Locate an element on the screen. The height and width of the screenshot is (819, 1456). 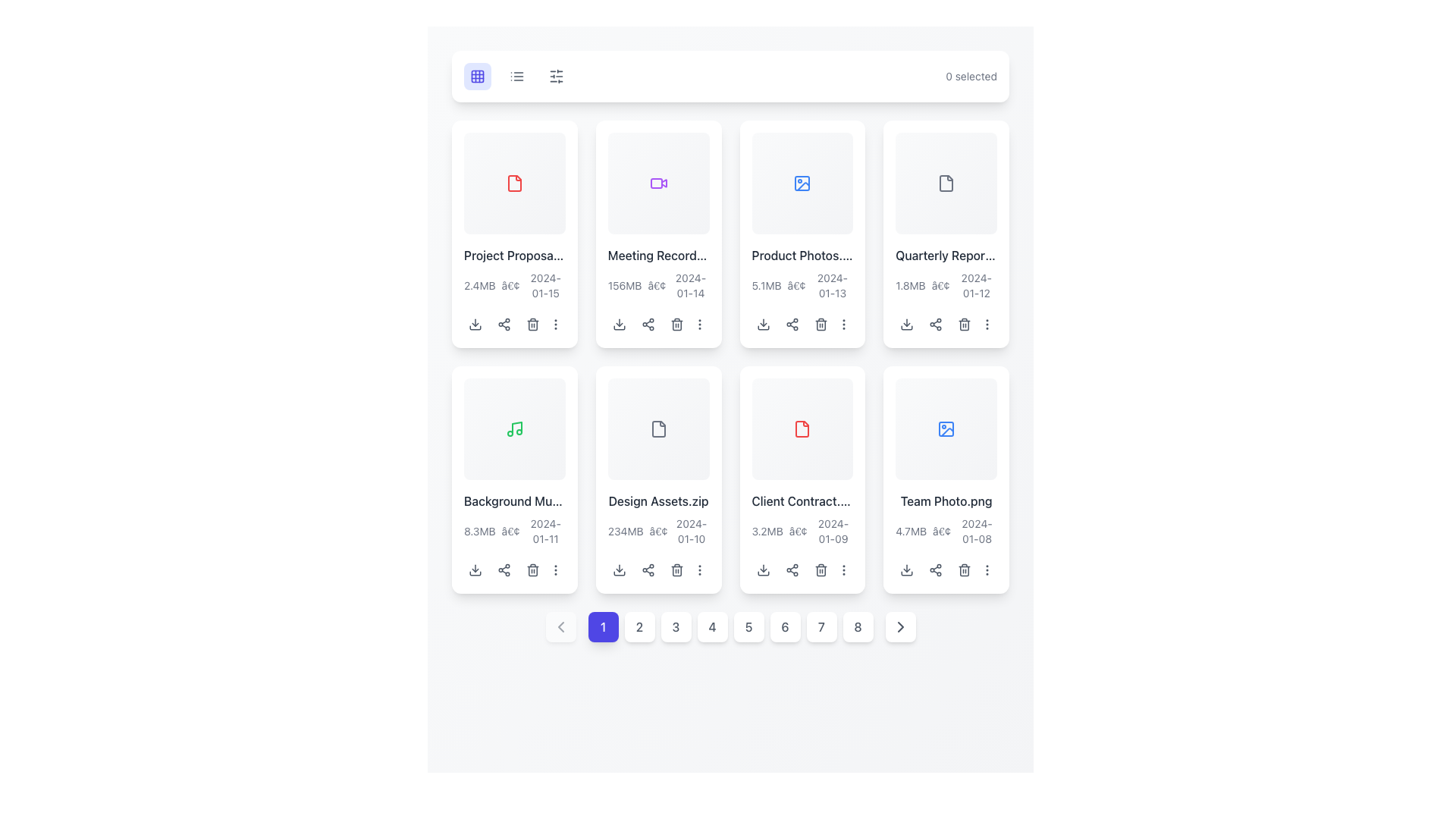
the download button with an icon located at the bottom-left corner of the card titled 'Project Proposal.pdf' to download the associated file is located at coordinates (475, 323).